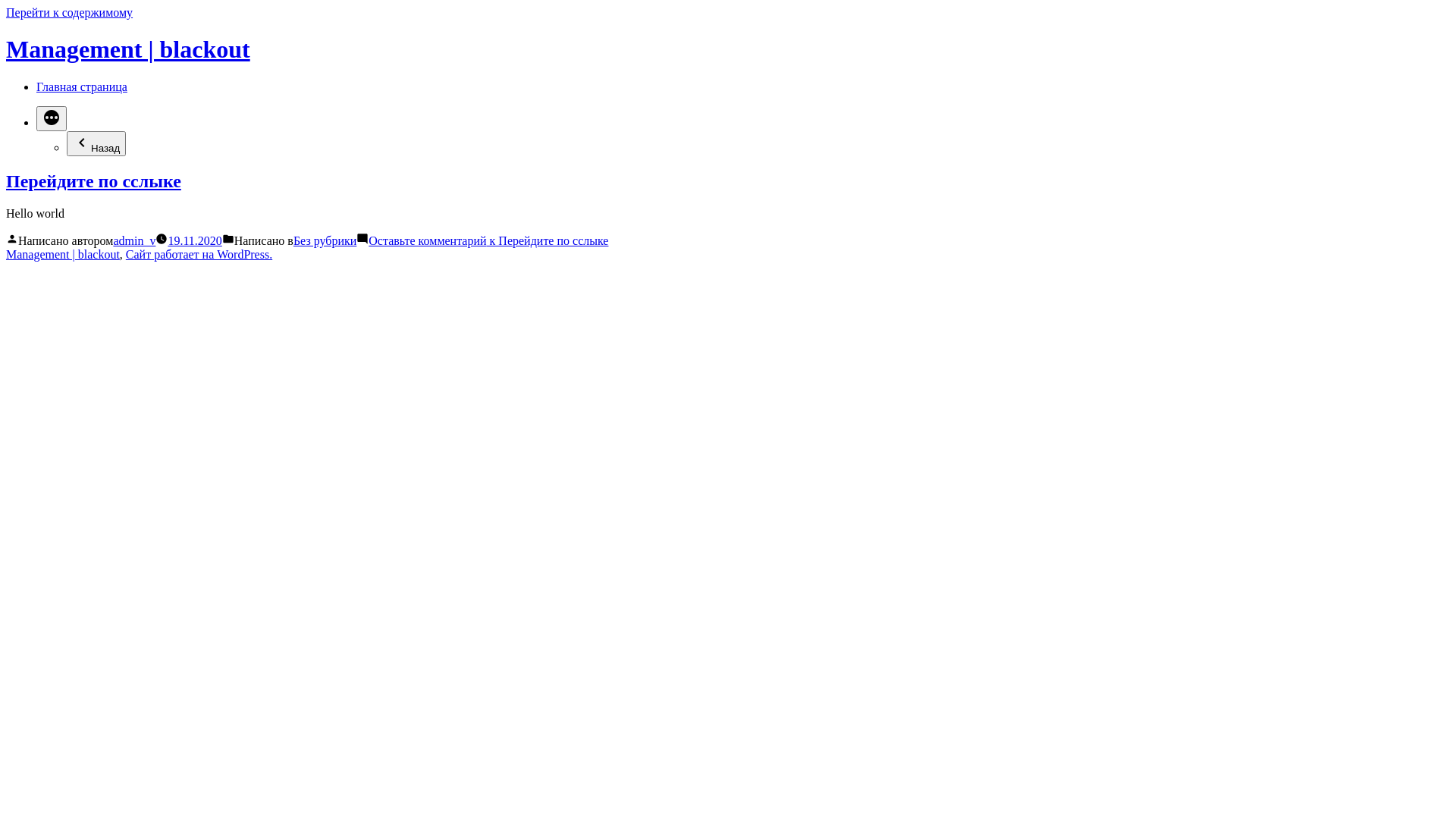 This screenshot has height=819, width=1456. What do you see at coordinates (61, 253) in the screenshot?
I see `'Management | blackout'` at bounding box center [61, 253].